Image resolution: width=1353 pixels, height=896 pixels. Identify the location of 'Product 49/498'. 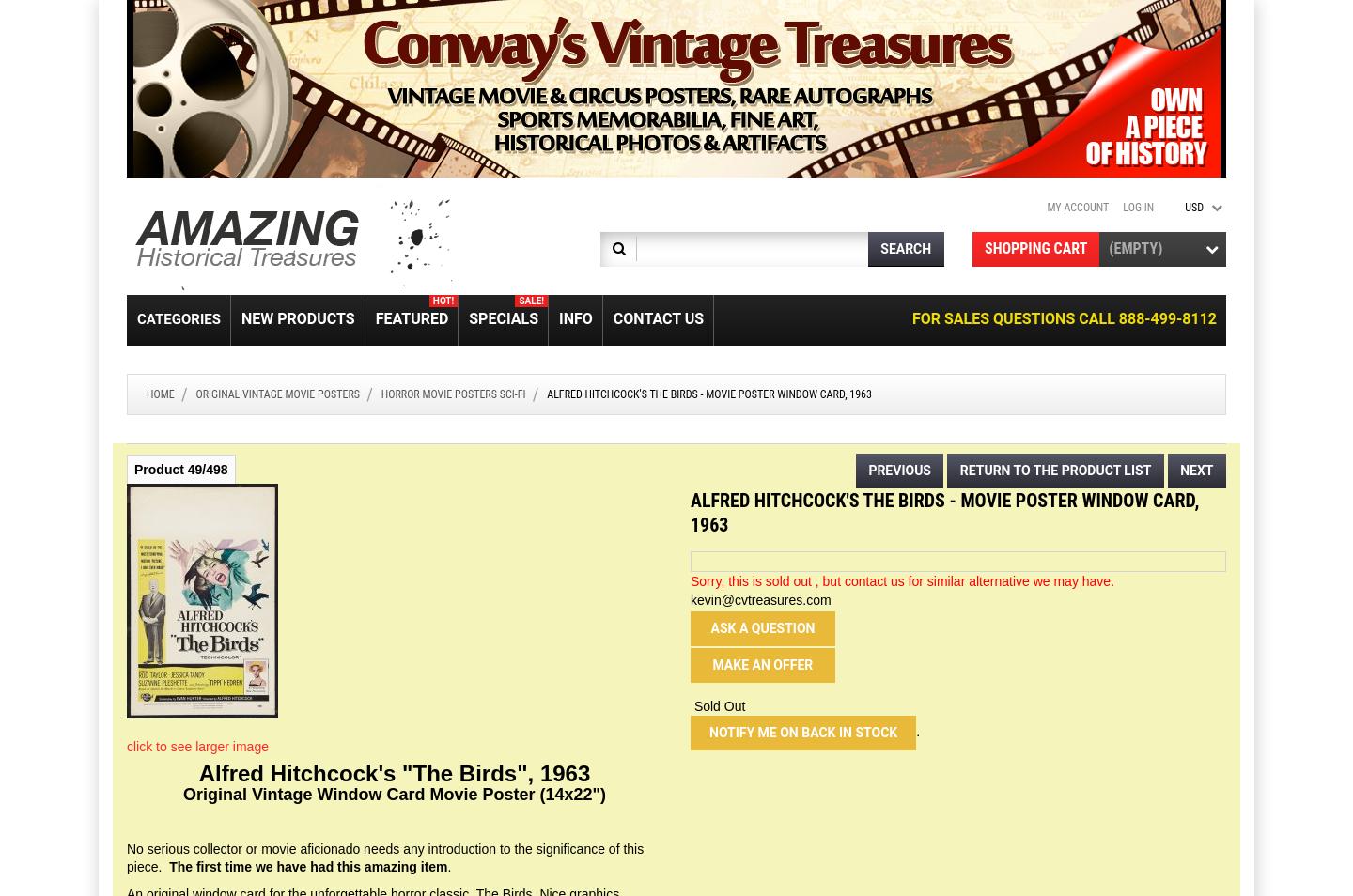
(180, 468).